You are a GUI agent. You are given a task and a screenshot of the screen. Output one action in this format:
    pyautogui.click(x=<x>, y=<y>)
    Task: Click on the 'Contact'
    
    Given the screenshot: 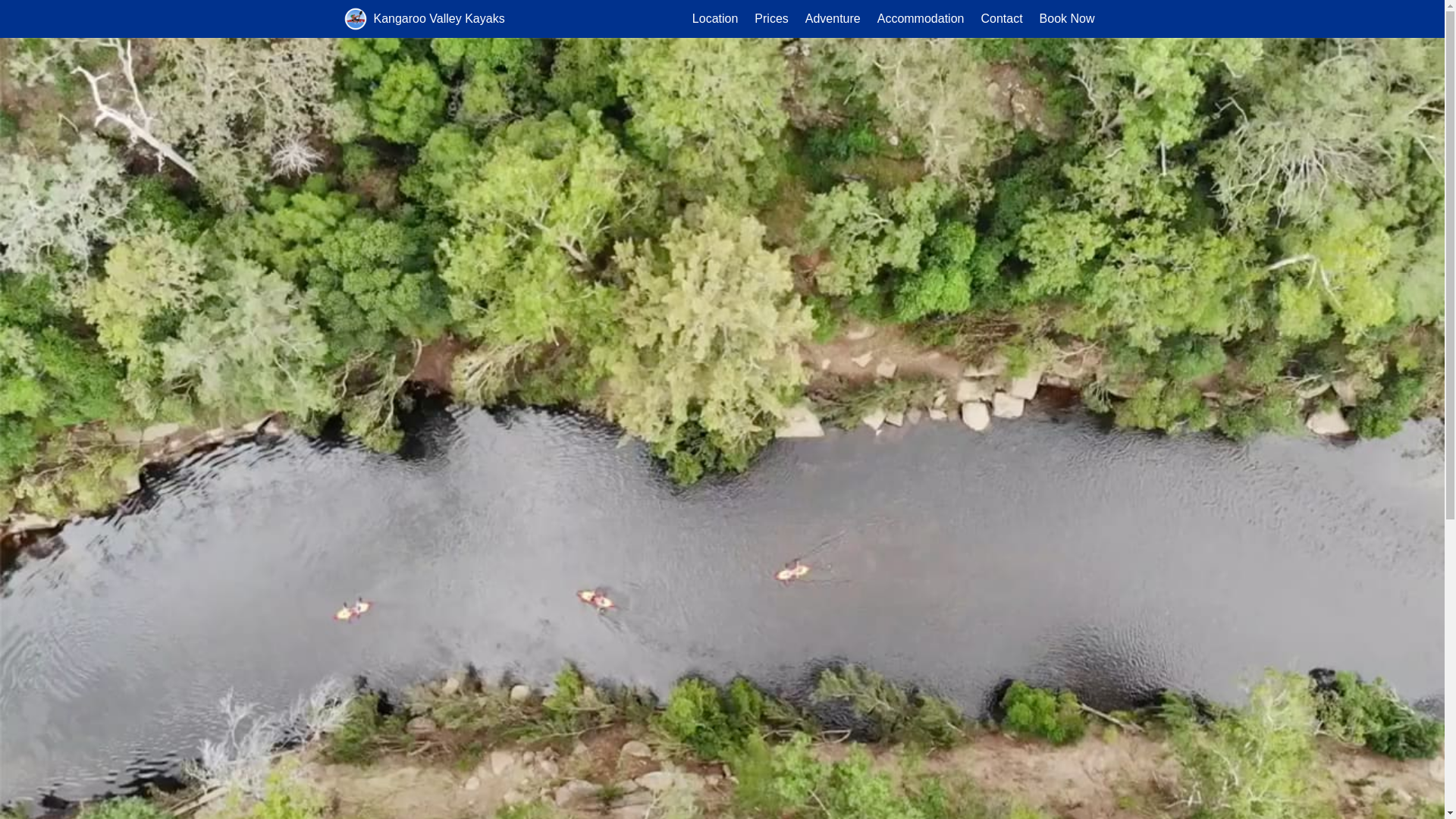 What is the action you would take?
    pyautogui.click(x=1001, y=18)
    